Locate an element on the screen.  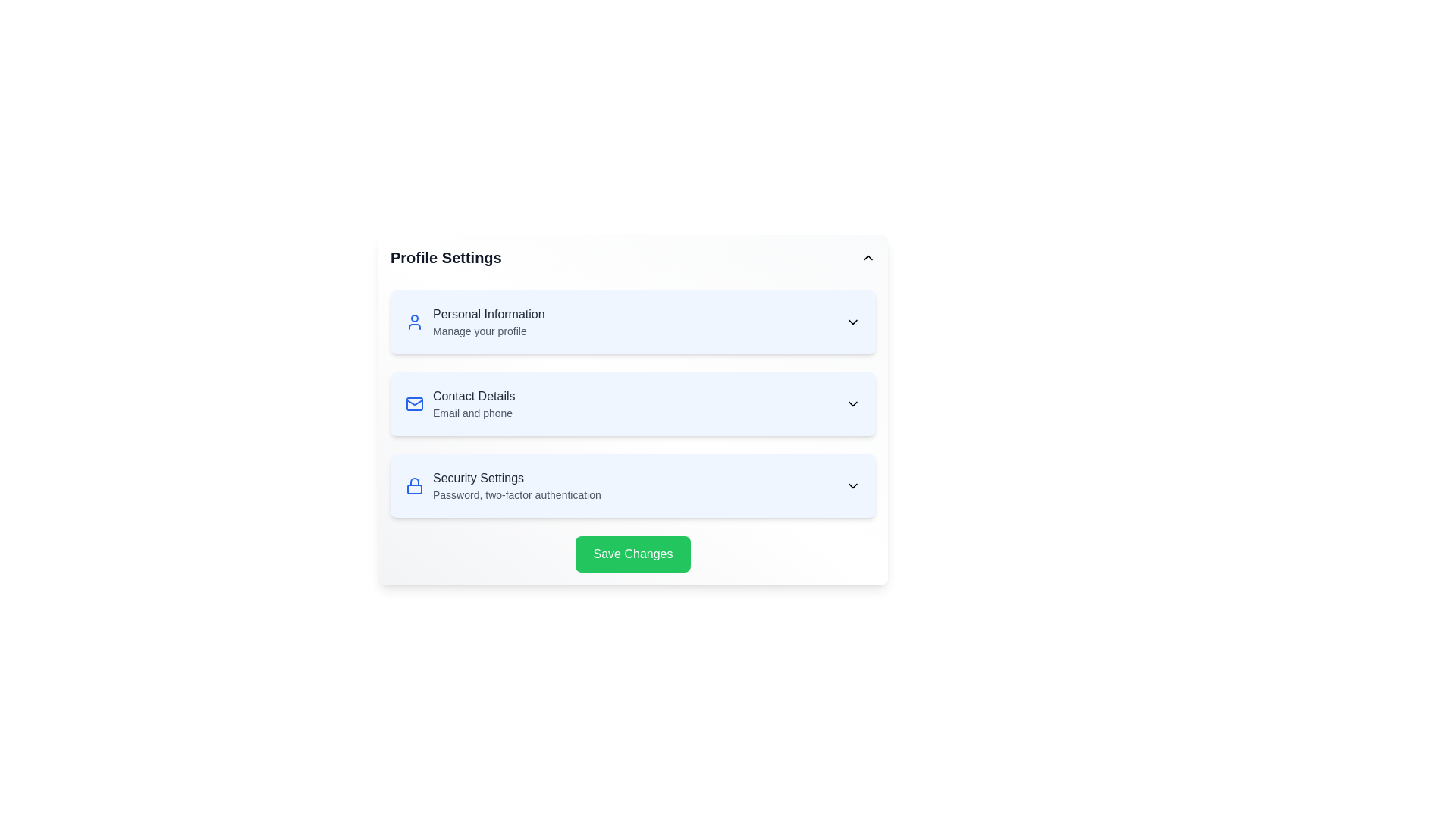
the icon located at the right edge of the 'Personal Information' section header to indicate its interactive functionality is located at coordinates (852, 321).